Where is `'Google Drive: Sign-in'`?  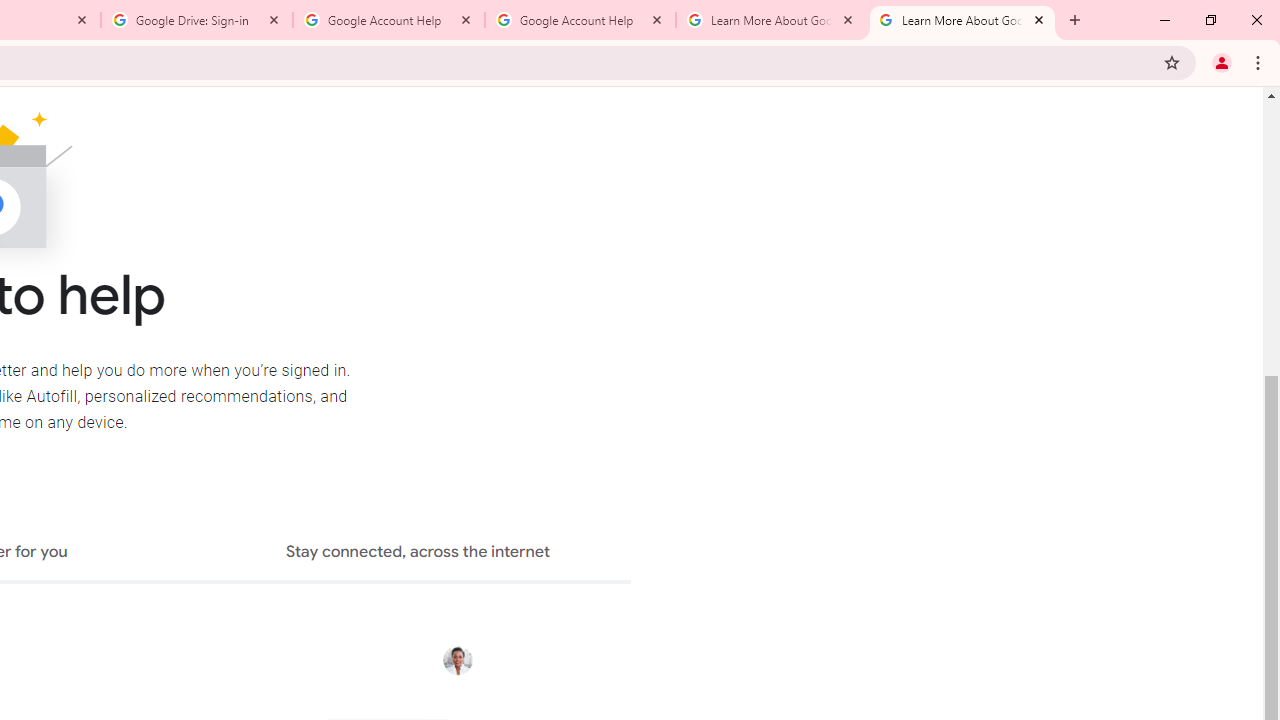 'Google Drive: Sign-in' is located at coordinates (197, 20).